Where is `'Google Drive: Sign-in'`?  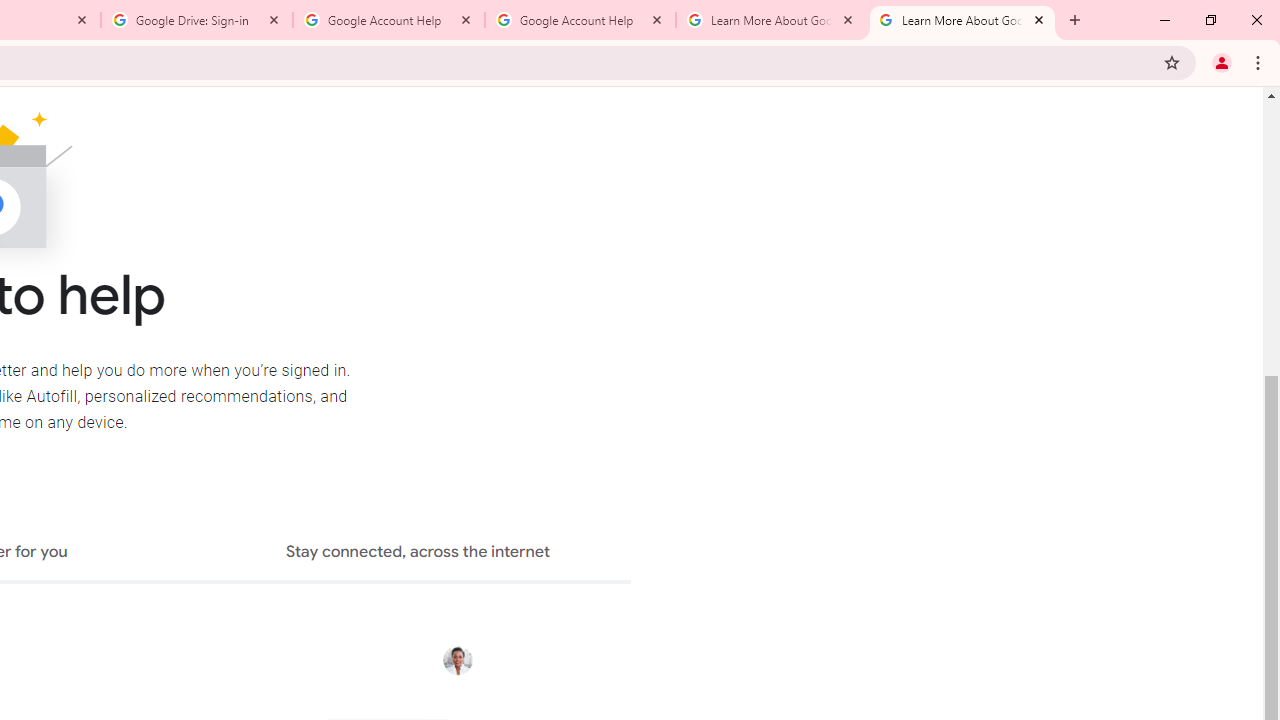 'Google Drive: Sign-in' is located at coordinates (197, 20).